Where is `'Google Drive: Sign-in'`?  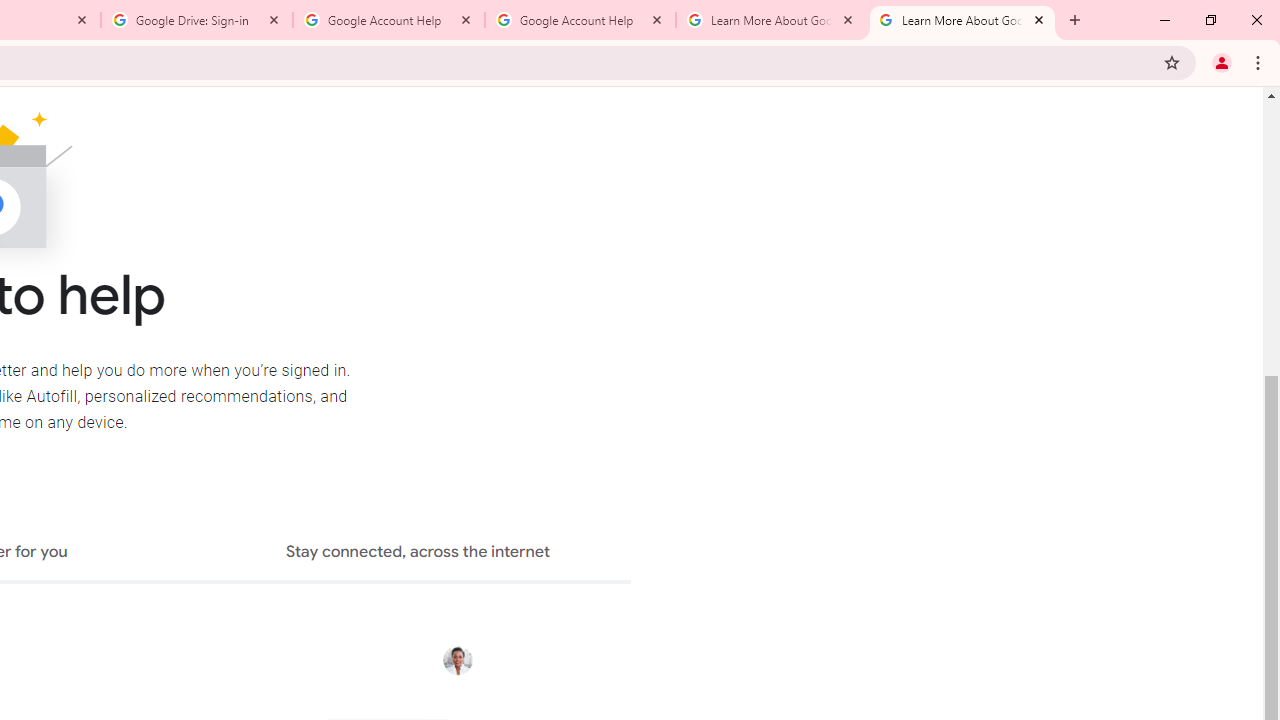 'Google Drive: Sign-in' is located at coordinates (197, 20).